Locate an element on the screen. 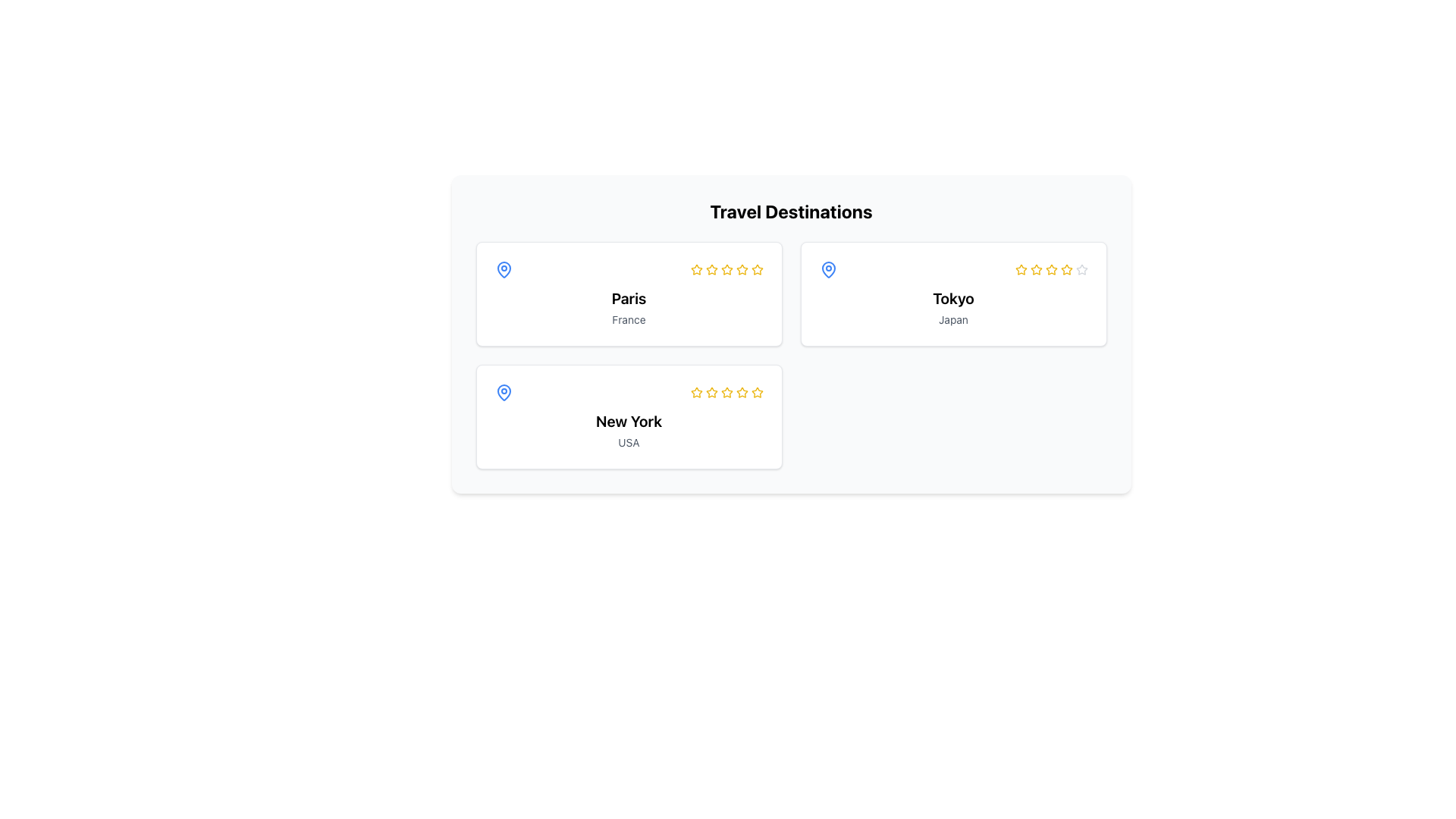 The image size is (1456, 819). the first yellow star icon in the star rating component to rate it on the 'Paris' card is located at coordinates (695, 268).